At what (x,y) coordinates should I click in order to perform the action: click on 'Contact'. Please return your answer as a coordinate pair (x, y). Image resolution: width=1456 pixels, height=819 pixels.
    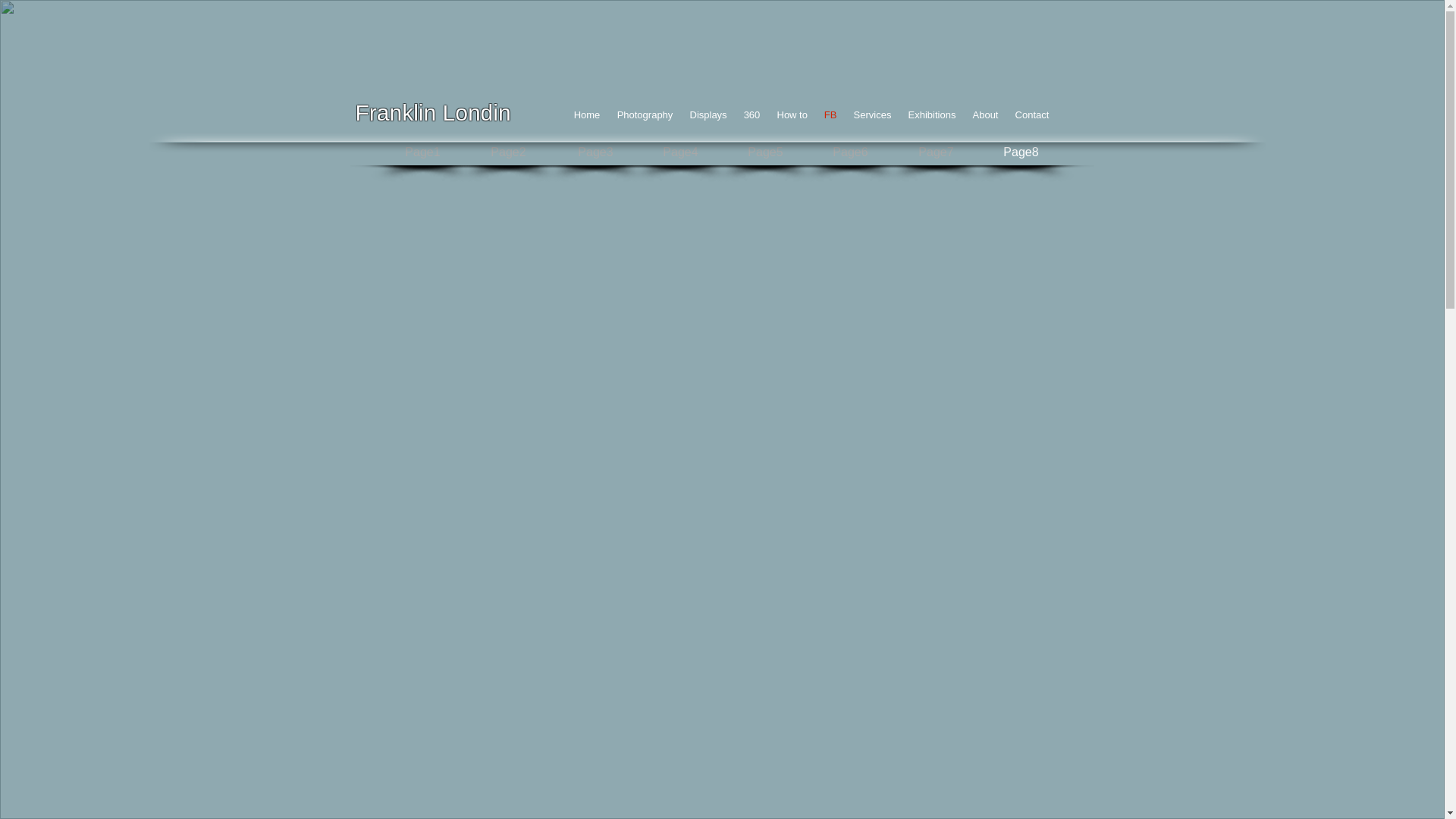
    Looking at the image, I should click on (1031, 114).